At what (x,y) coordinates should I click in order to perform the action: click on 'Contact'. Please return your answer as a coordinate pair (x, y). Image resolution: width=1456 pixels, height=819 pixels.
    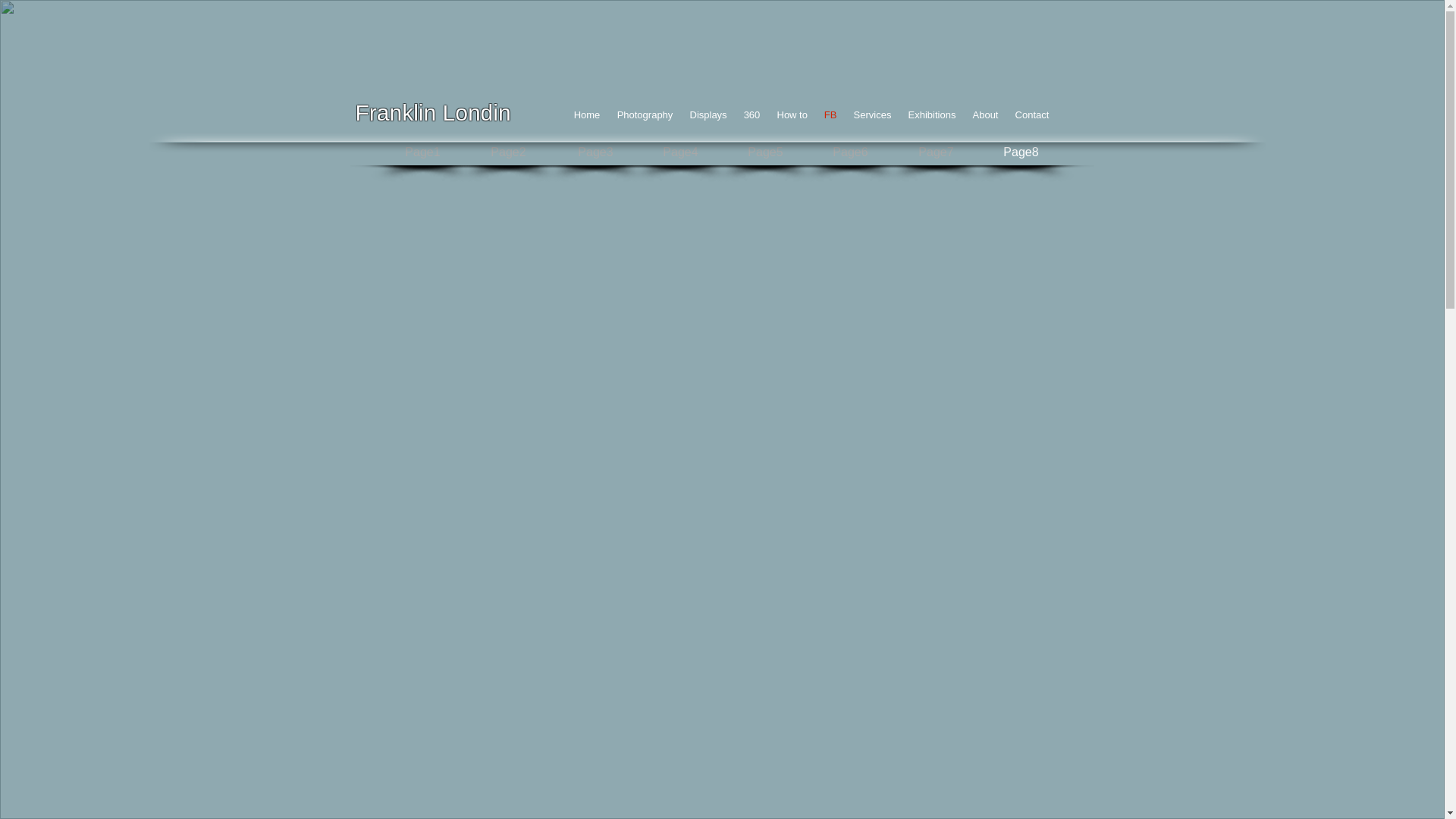
    Looking at the image, I should click on (1031, 114).